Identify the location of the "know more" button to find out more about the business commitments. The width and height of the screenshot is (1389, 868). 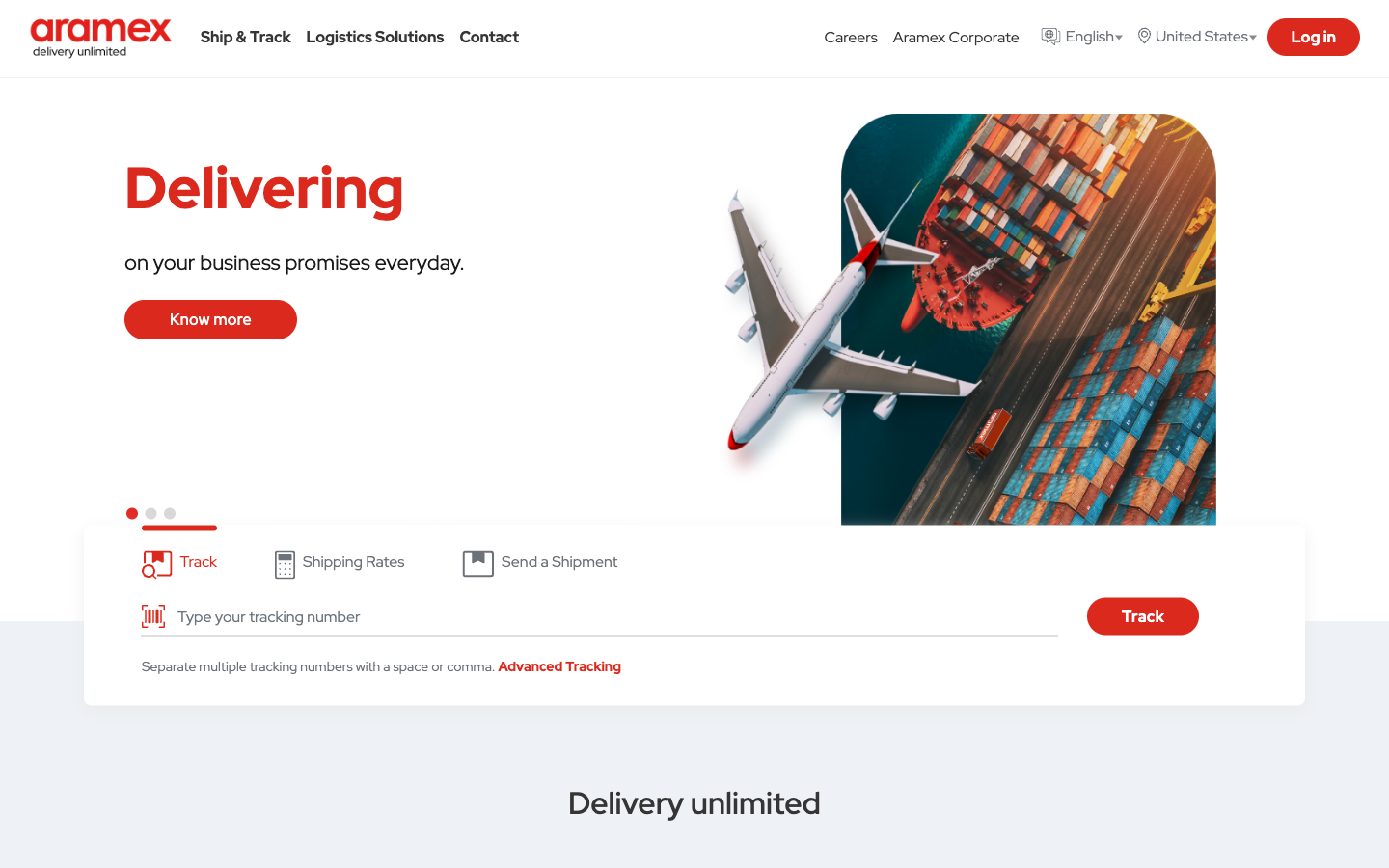
(210, 318).